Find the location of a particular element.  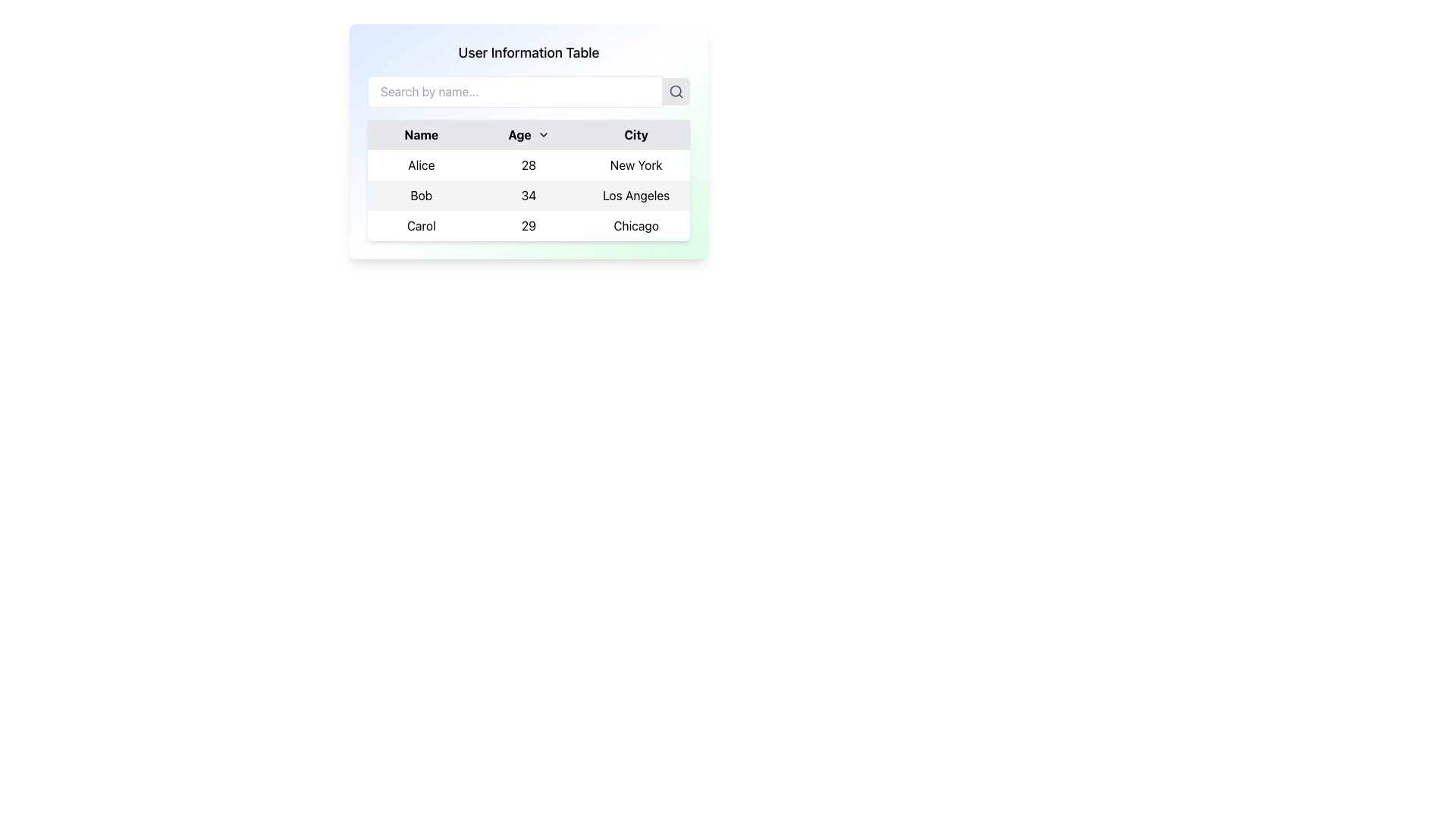

information displayed in the first row of the data table, which includes the user's name, age, and city is located at coordinates (529, 165).